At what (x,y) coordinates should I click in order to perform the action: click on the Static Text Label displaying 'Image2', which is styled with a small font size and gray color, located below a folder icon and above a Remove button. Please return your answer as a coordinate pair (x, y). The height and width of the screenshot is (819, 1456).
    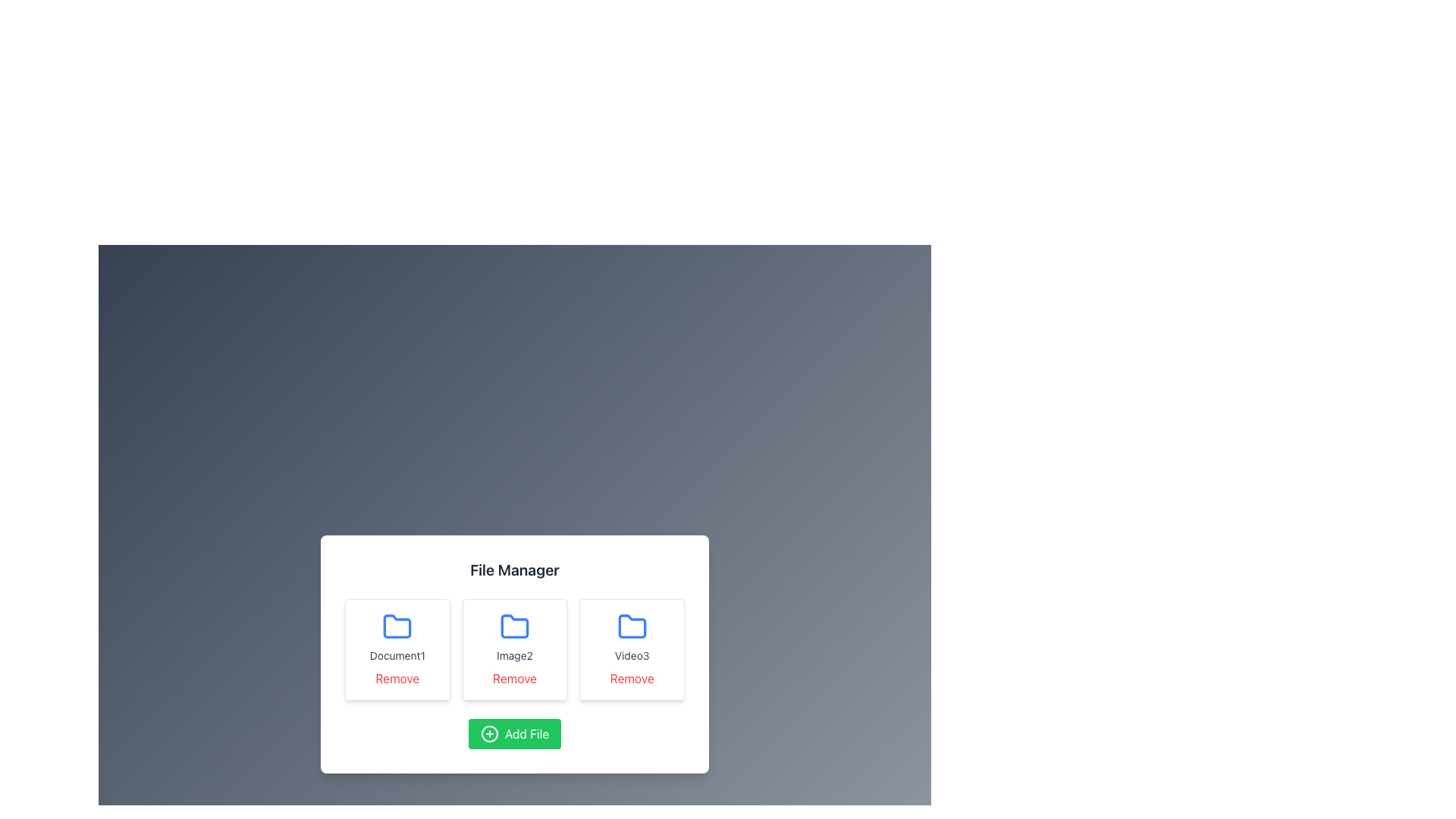
    Looking at the image, I should click on (514, 654).